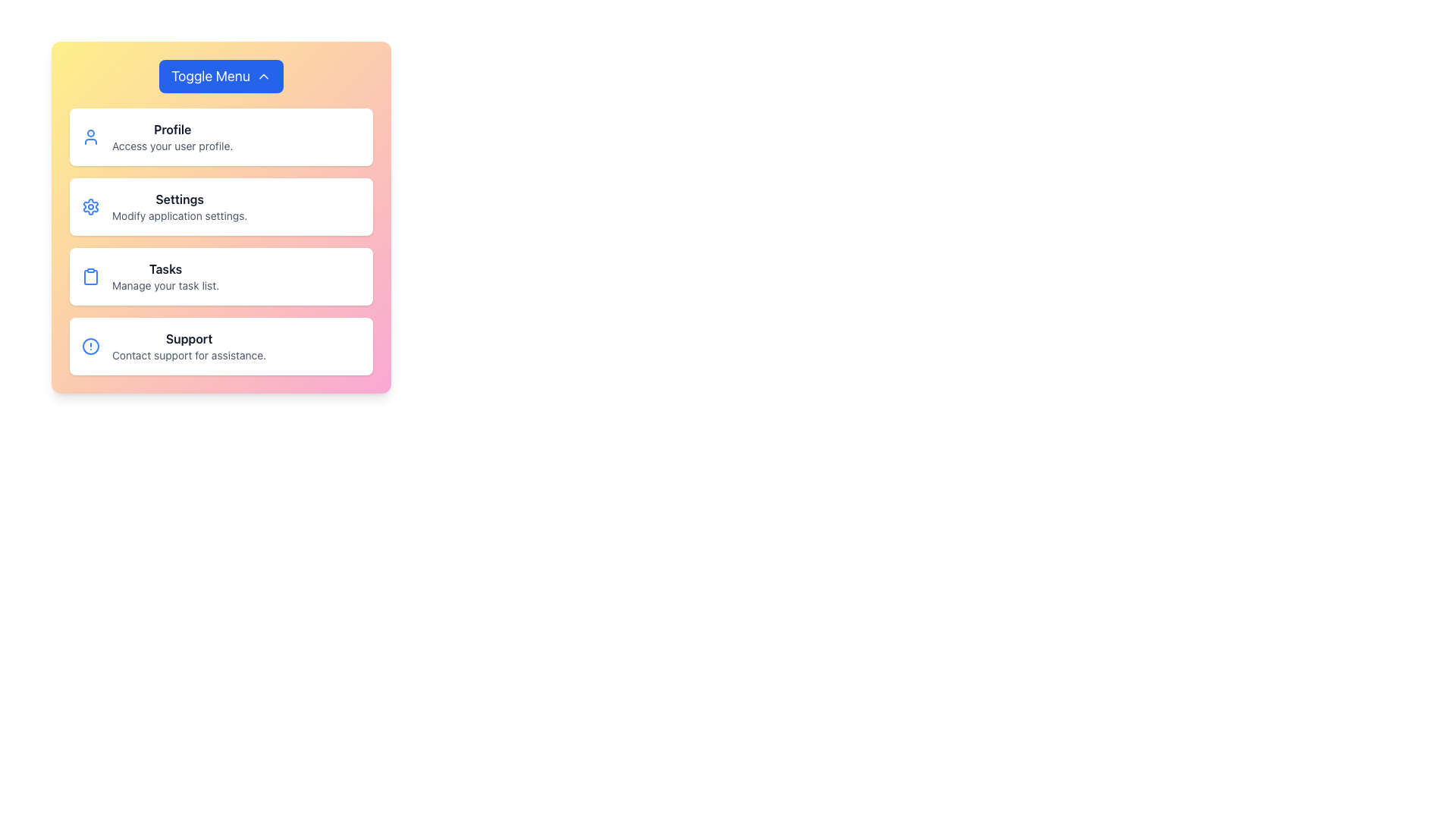 The image size is (1456, 819). What do you see at coordinates (221, 346) in the screenshot?
I see `the fourth informational card in the vertically stacked list of options to get more information about support contact` at bounding box center [221, 346].